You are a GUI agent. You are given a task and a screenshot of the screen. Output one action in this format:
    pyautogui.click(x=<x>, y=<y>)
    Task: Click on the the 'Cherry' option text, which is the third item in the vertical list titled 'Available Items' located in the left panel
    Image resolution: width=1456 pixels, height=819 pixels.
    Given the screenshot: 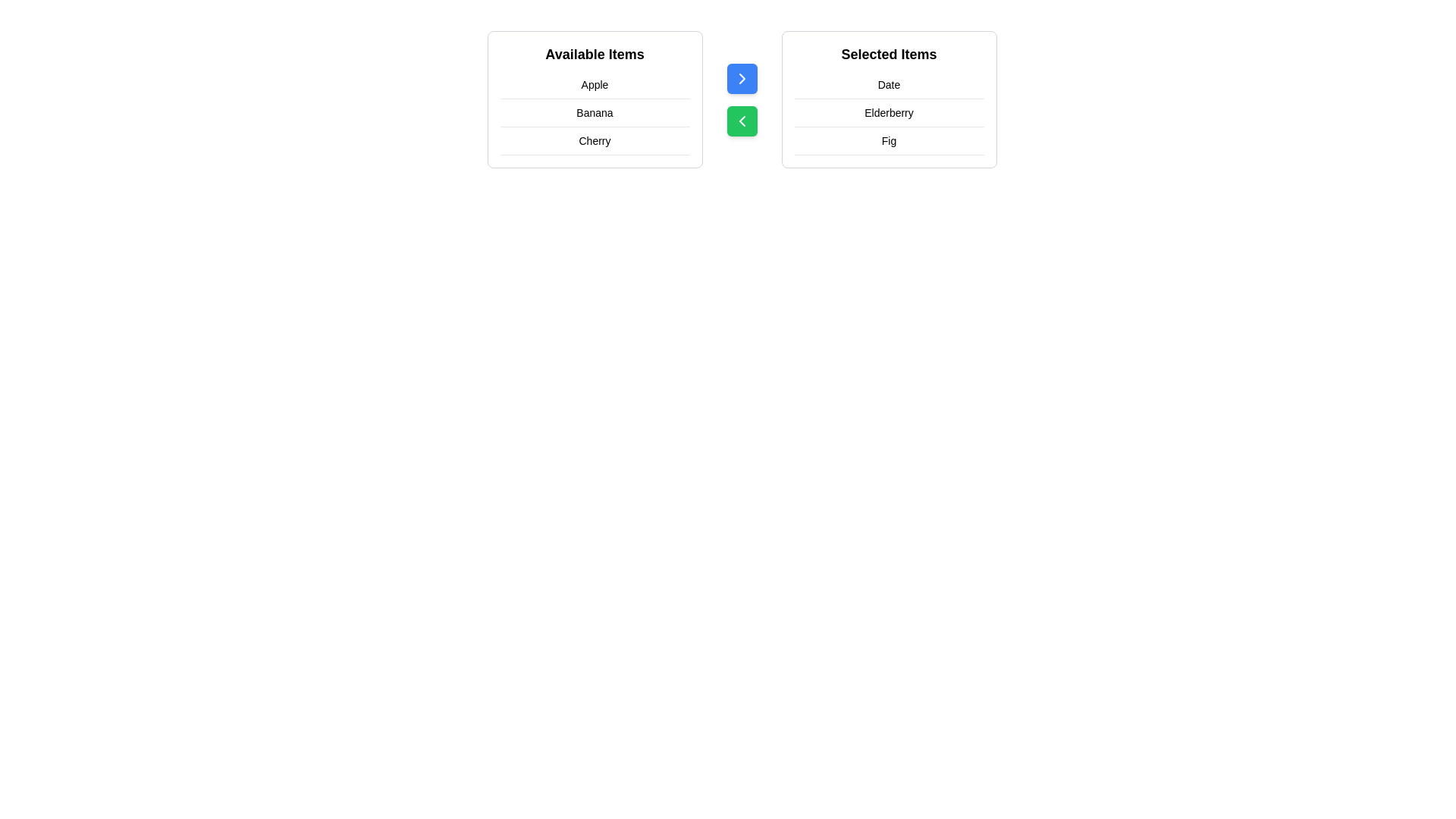 What is the action you would take?
    pyautogui.click(x=594, y=141)
    